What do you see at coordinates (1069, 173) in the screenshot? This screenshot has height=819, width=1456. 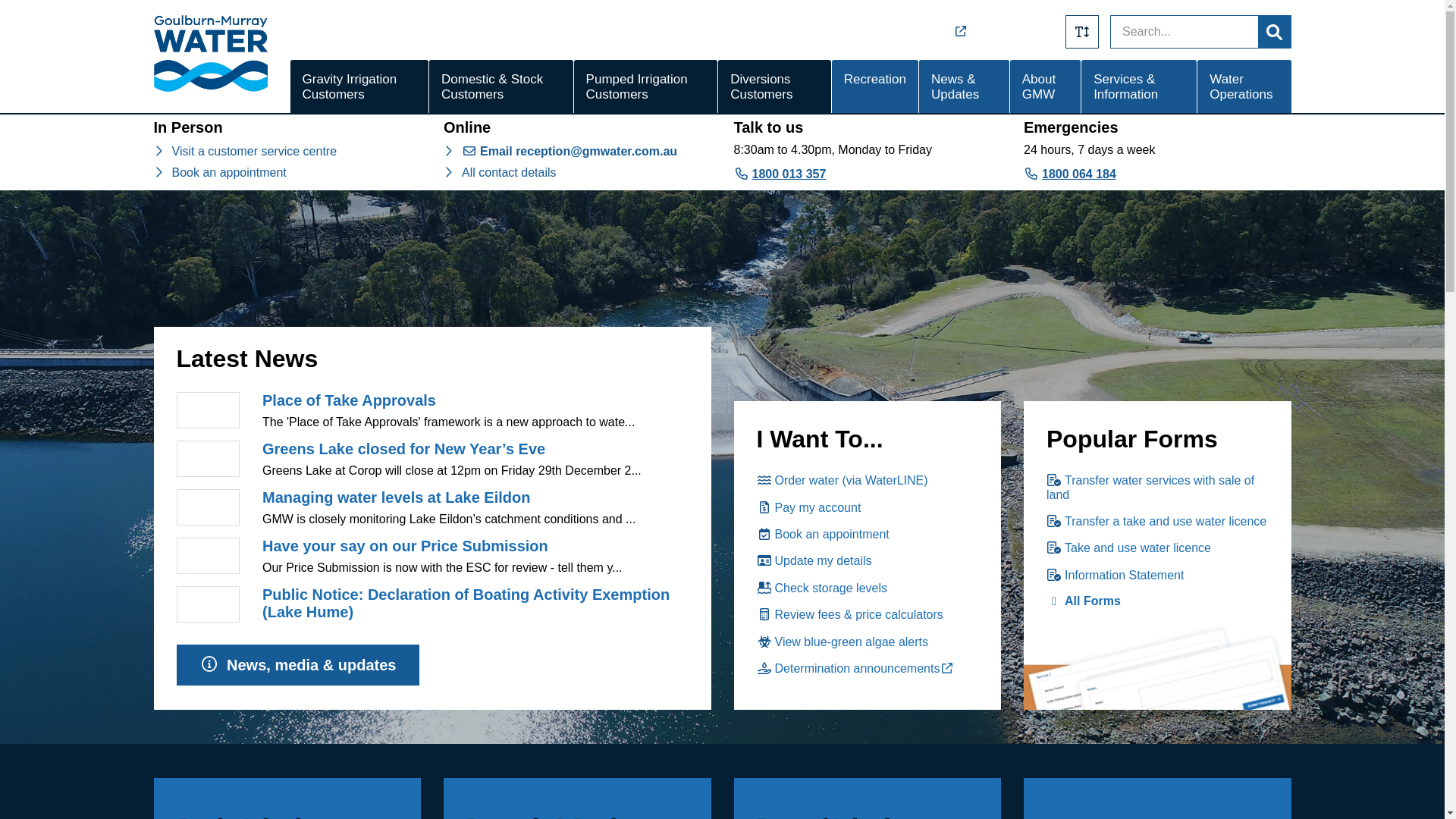 I see `'1800 064 184'` at bounding box center [1069, 173].